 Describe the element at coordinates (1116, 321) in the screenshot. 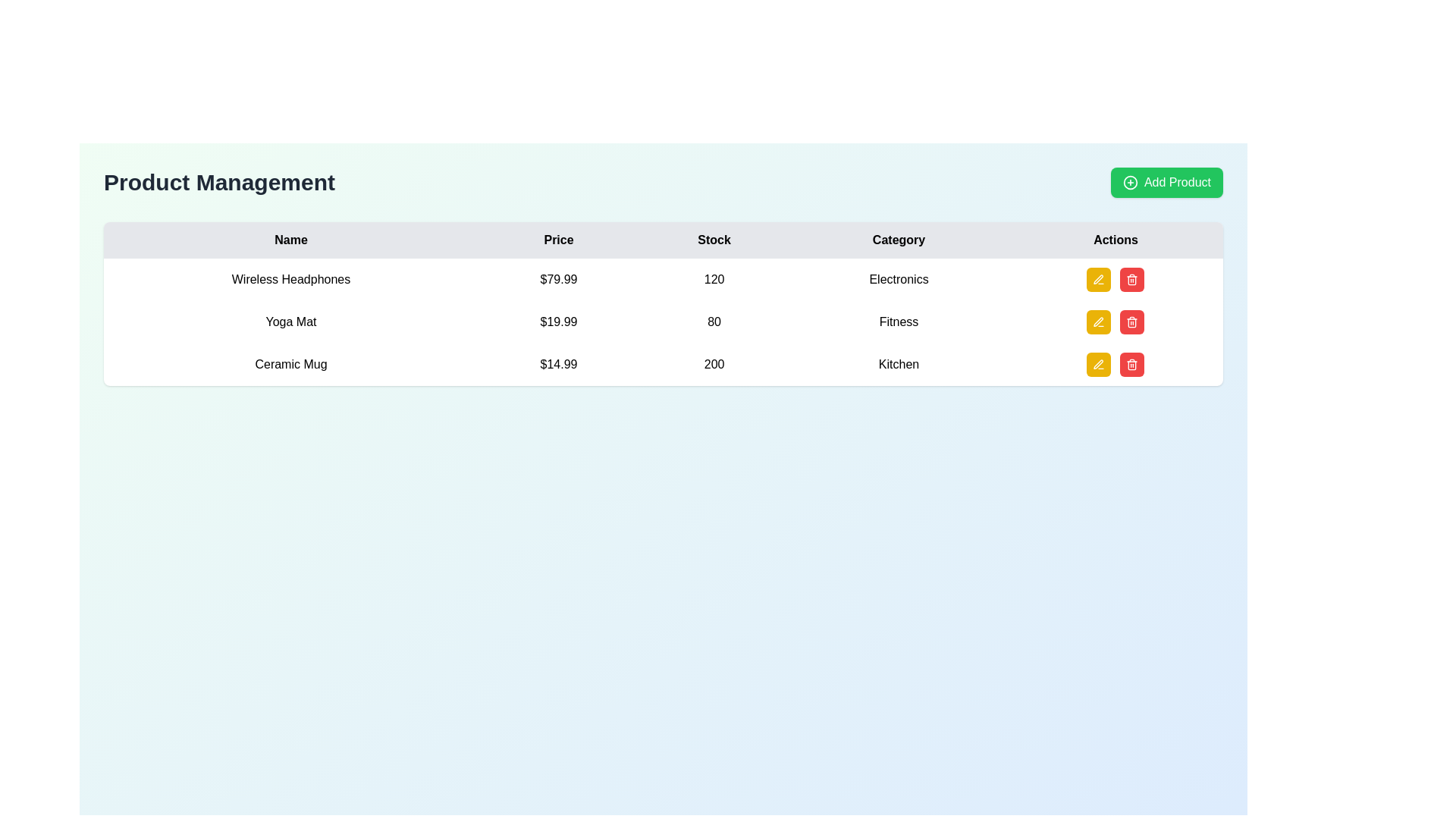

I see `the yellow edit button in the Actions column of the second row of the table` at that location.